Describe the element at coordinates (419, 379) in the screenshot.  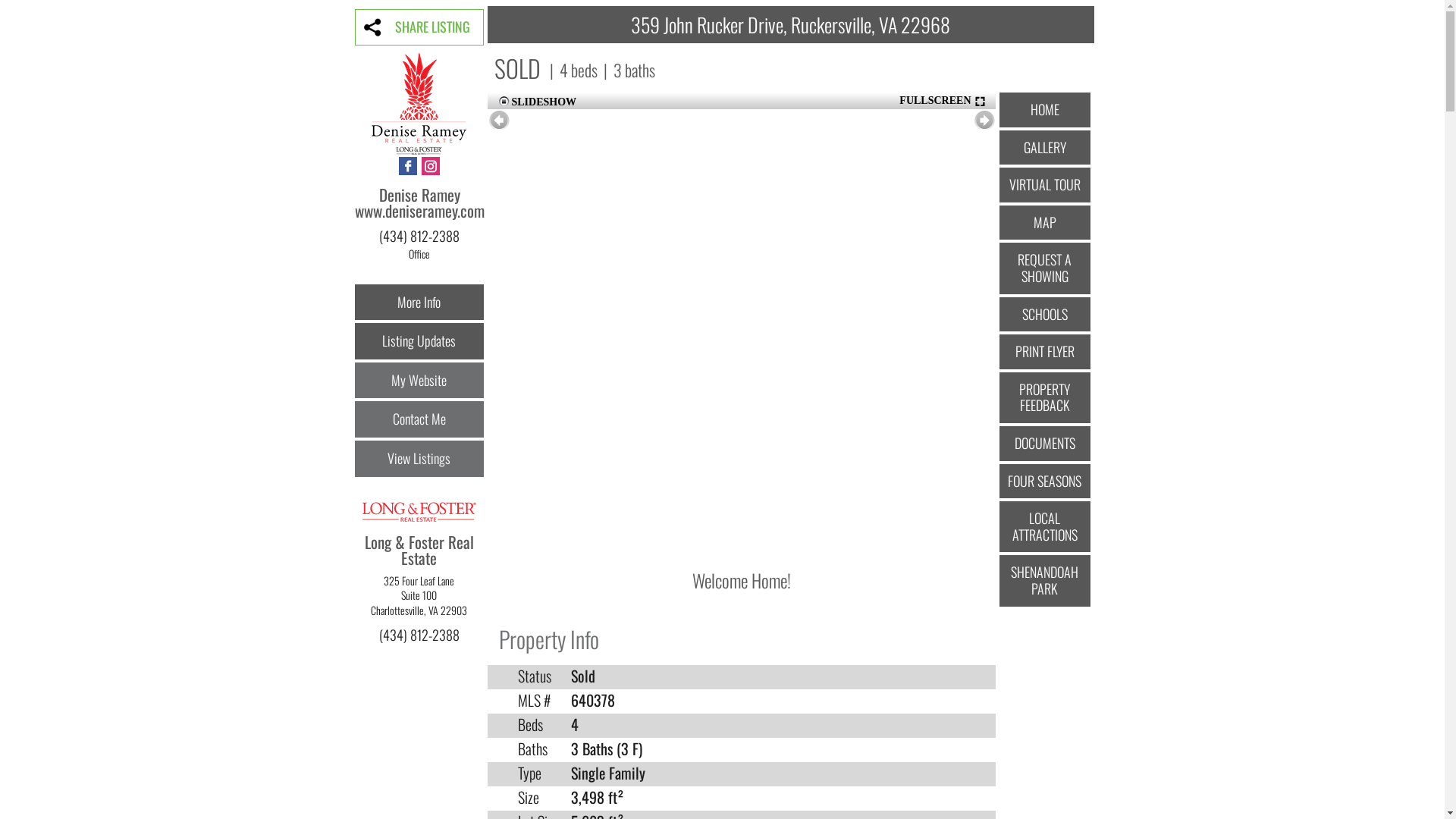
I see `'My Website'` at that location.